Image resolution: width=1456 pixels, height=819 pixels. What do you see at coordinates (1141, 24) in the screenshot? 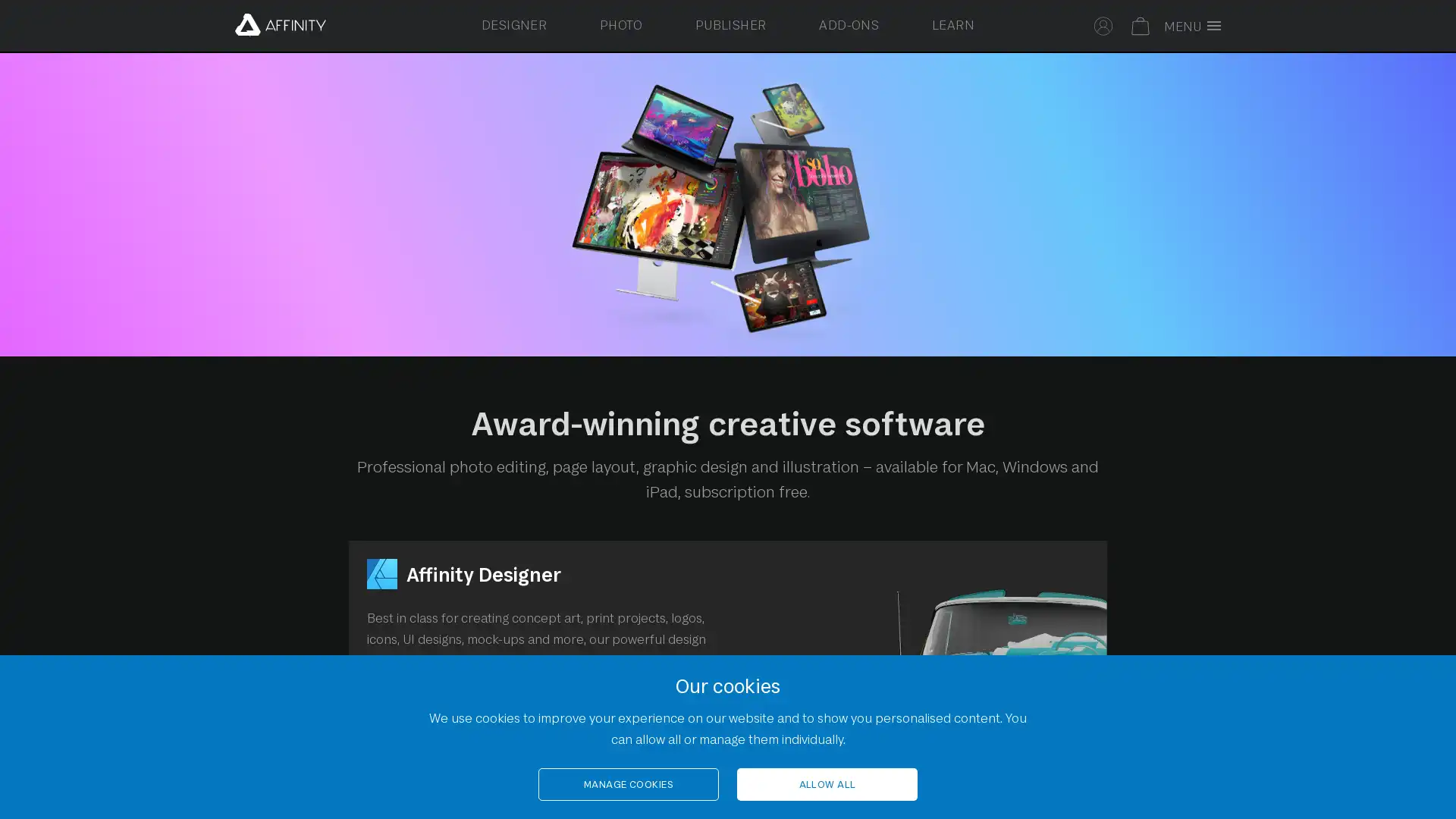
I see `Your basket is empty. Select to toggle basket.` at bounding box center [1141, 24].